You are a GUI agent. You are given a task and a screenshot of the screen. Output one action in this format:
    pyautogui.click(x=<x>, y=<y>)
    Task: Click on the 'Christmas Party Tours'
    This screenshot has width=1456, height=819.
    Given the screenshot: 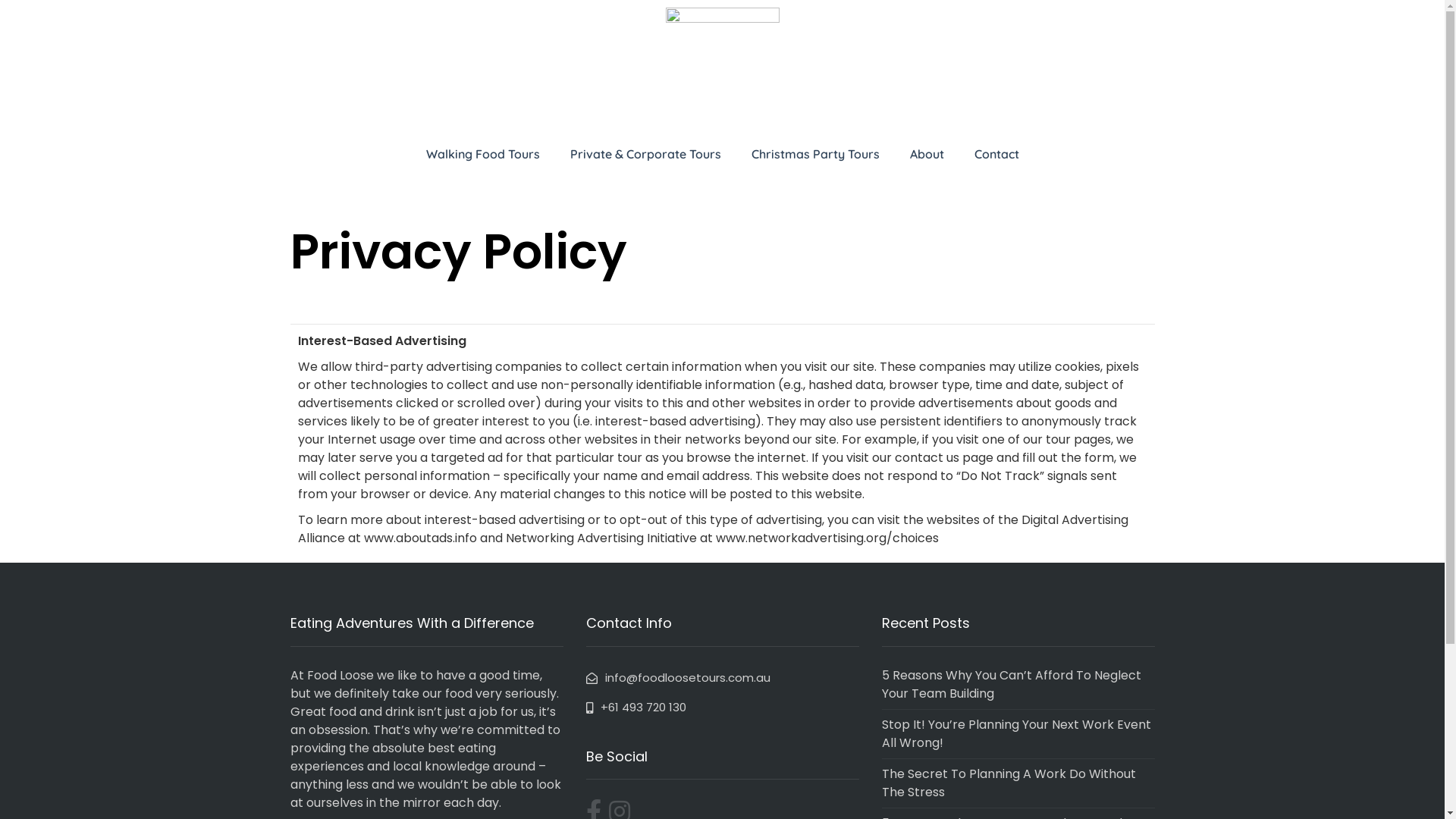 What is the action you would take?
    pyautogui.click(x=735, y=154)
    